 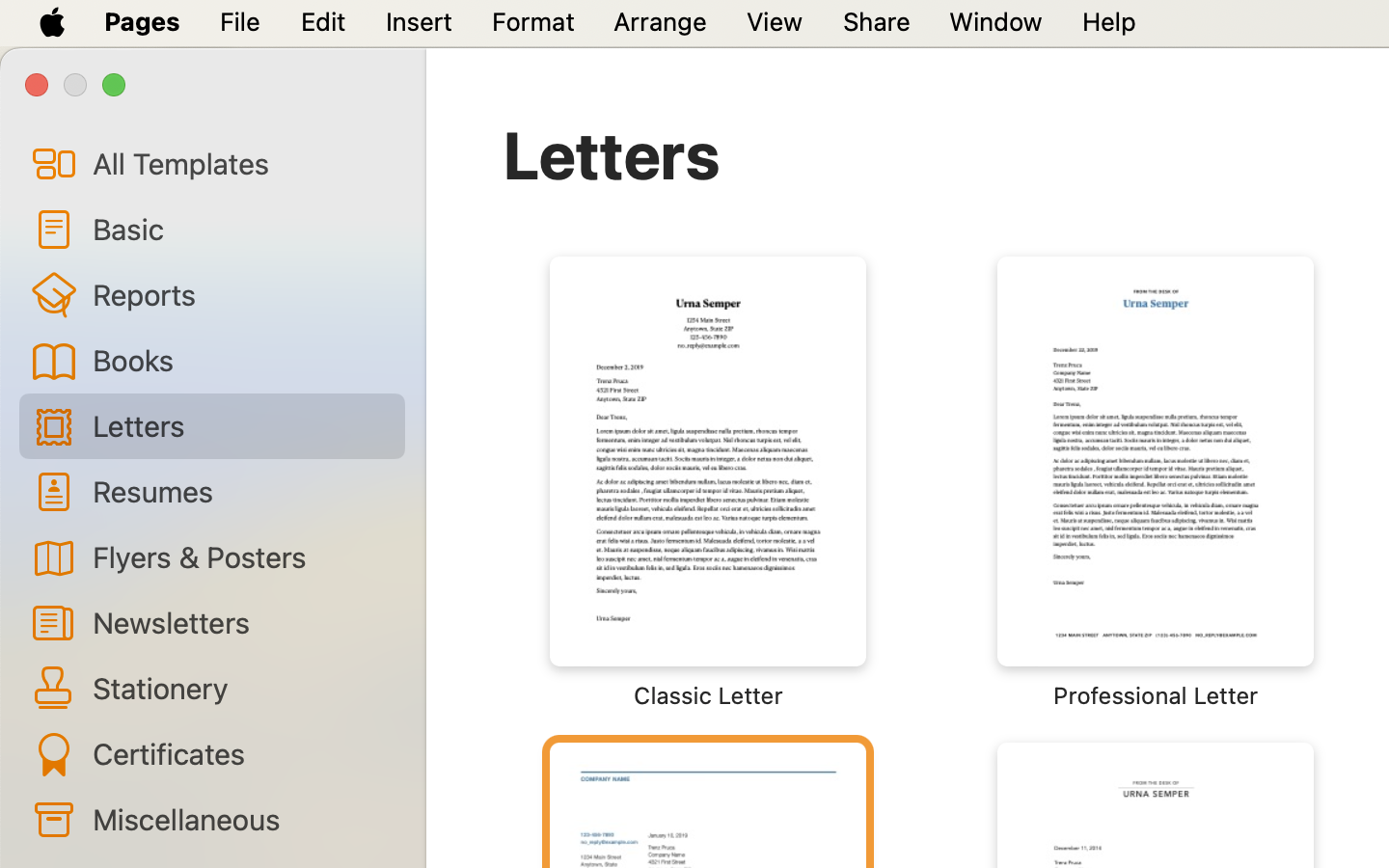 I want to click on 'Miscellaneous', so click(x=239, y=818).